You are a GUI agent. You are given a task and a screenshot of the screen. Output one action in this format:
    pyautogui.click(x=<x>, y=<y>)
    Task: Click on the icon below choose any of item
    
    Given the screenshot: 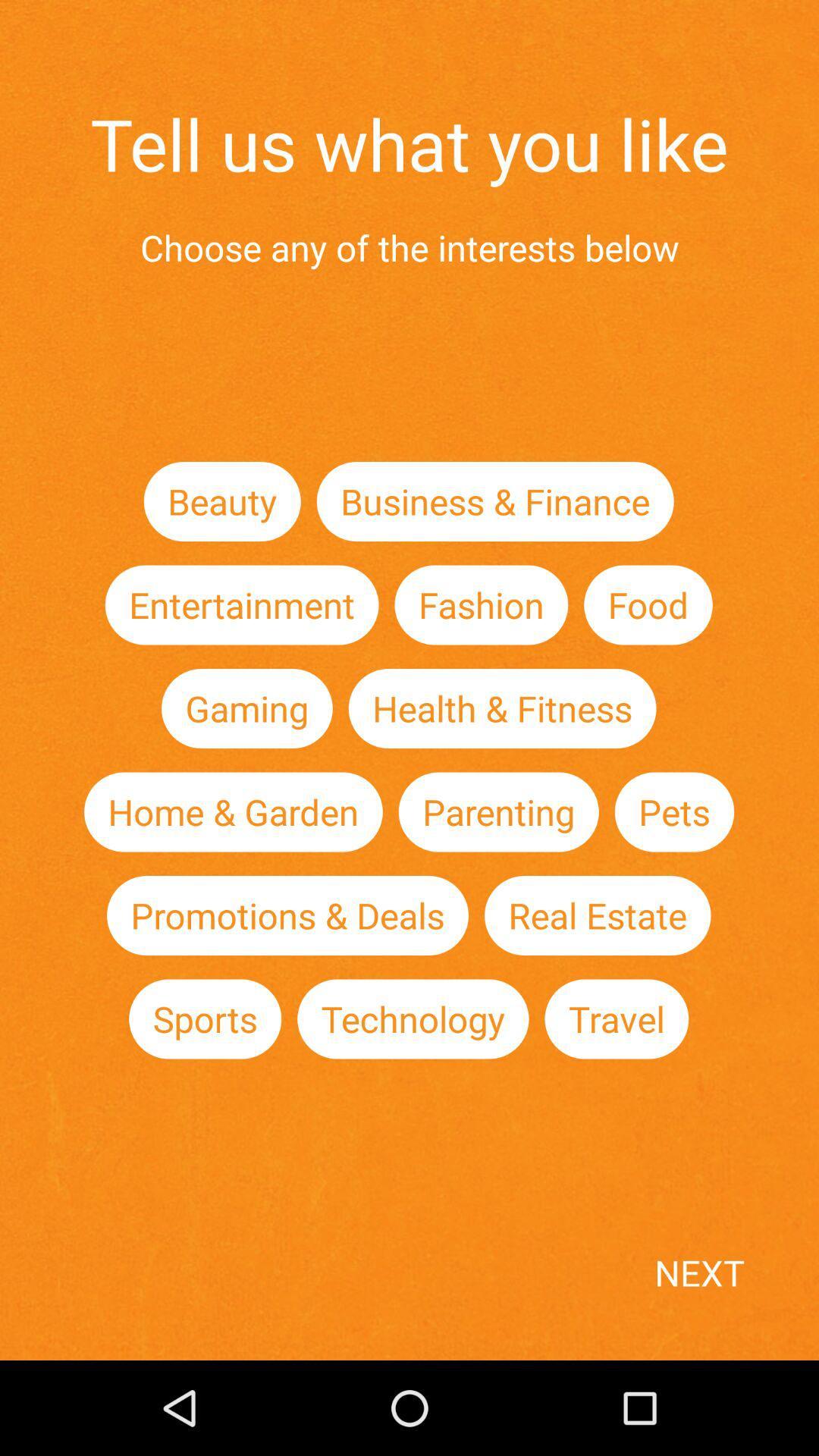 What is the action you would take?
    pyautogui.click(x=222, y=501)
    